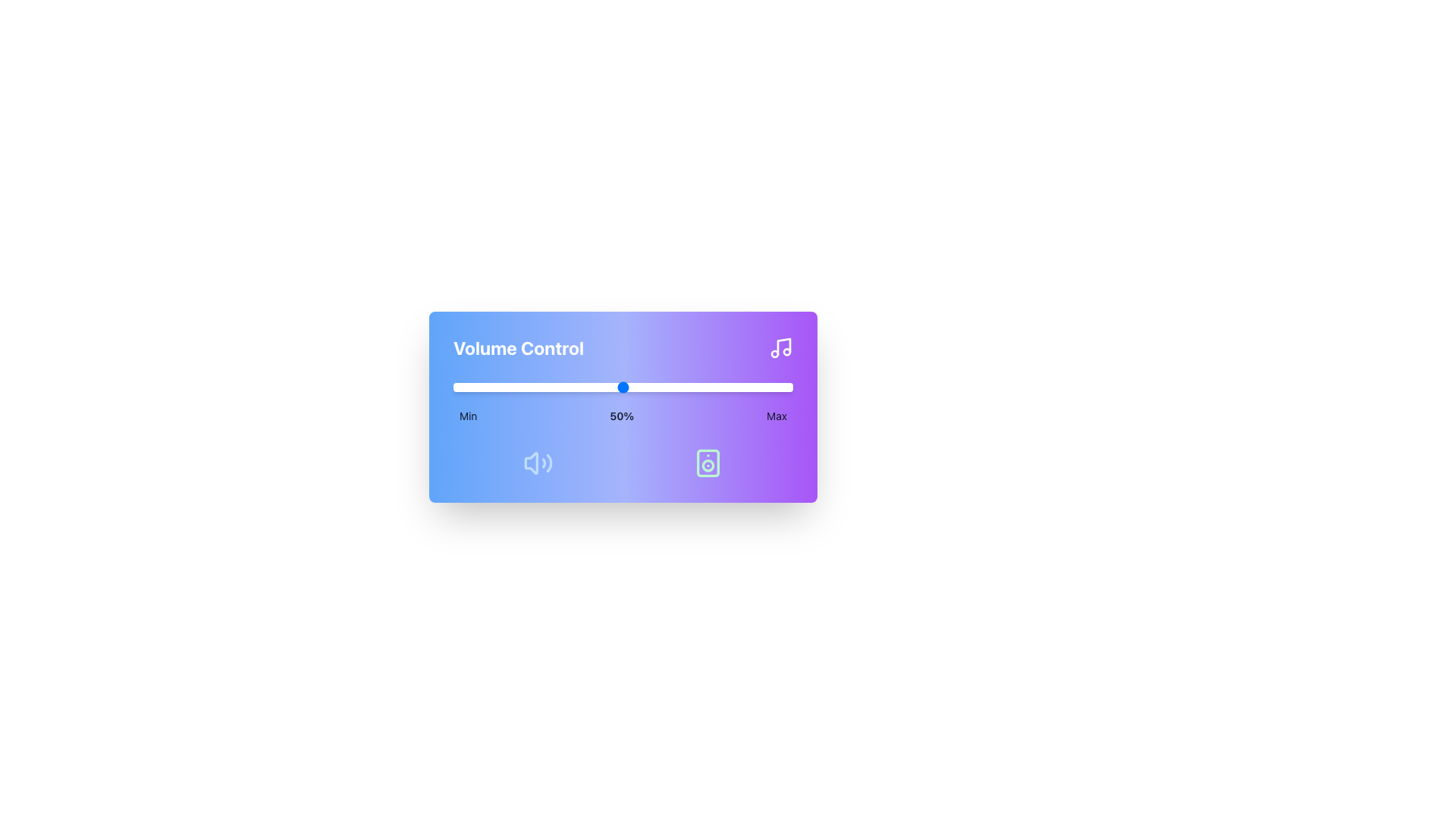 The image size is (1456, 819). I want to click on the volume control button located at the bottom center of the interface, which is the first icon from the left among three evenly spaced icons, so click(538, 462).